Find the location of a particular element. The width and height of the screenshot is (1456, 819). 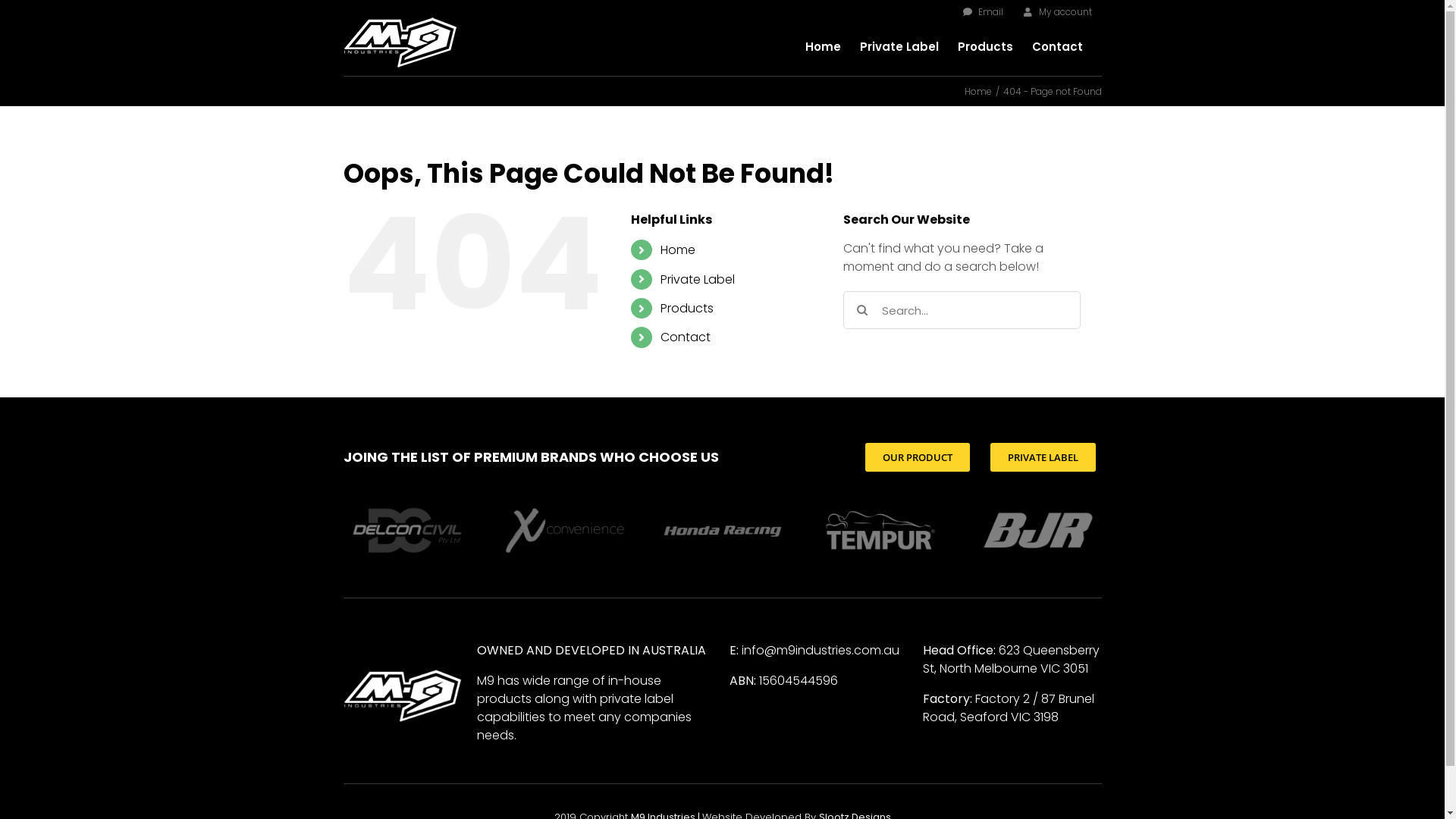

'Partner-Logo-Honda-racing@2x' is located at coordinates (720, 529).